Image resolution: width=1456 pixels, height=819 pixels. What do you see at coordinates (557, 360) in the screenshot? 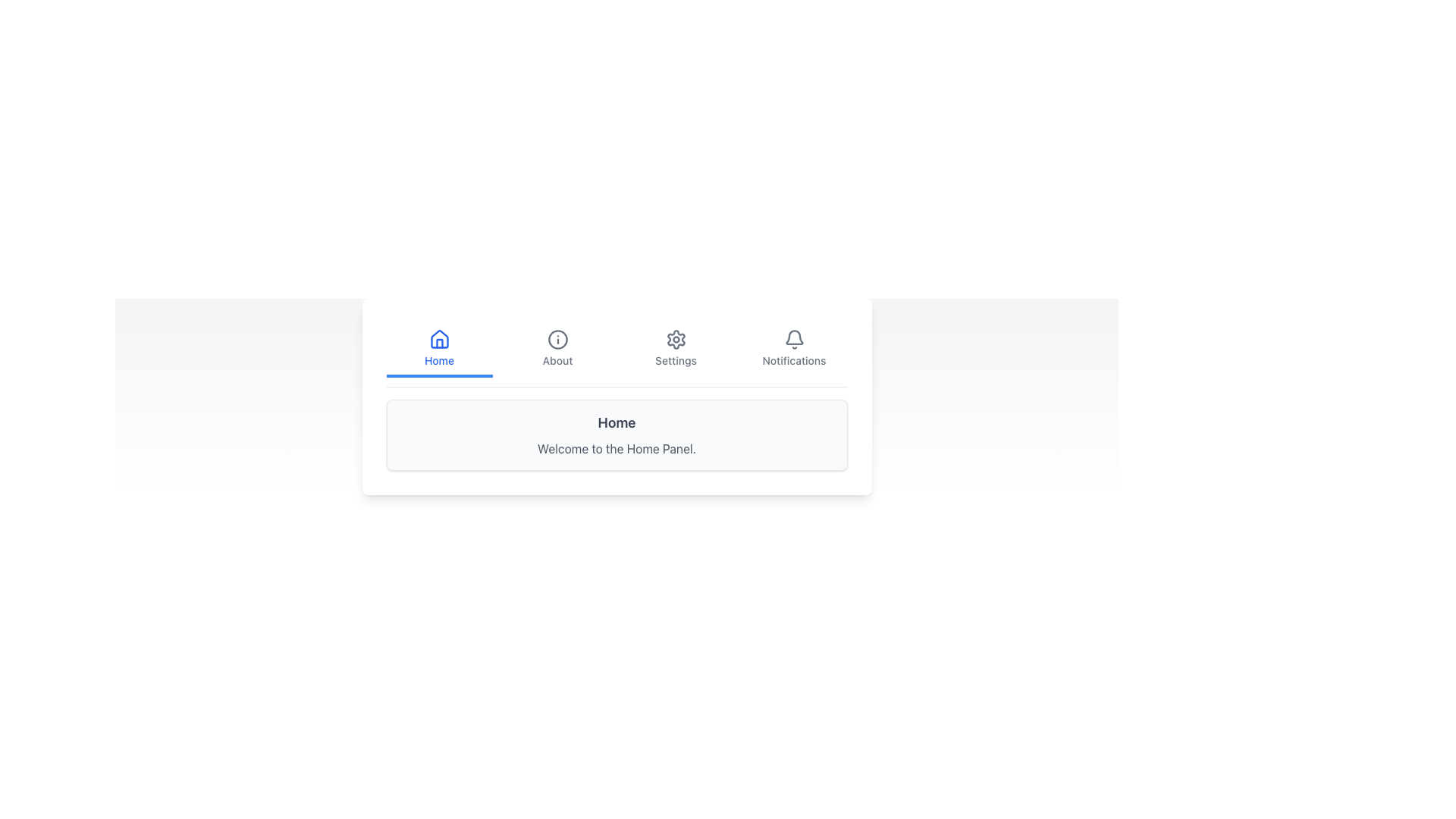
I see `text label displaying 'About' in gray font, positioned below the informational icon in the second section of the layout` at bounding box center [557, 360].